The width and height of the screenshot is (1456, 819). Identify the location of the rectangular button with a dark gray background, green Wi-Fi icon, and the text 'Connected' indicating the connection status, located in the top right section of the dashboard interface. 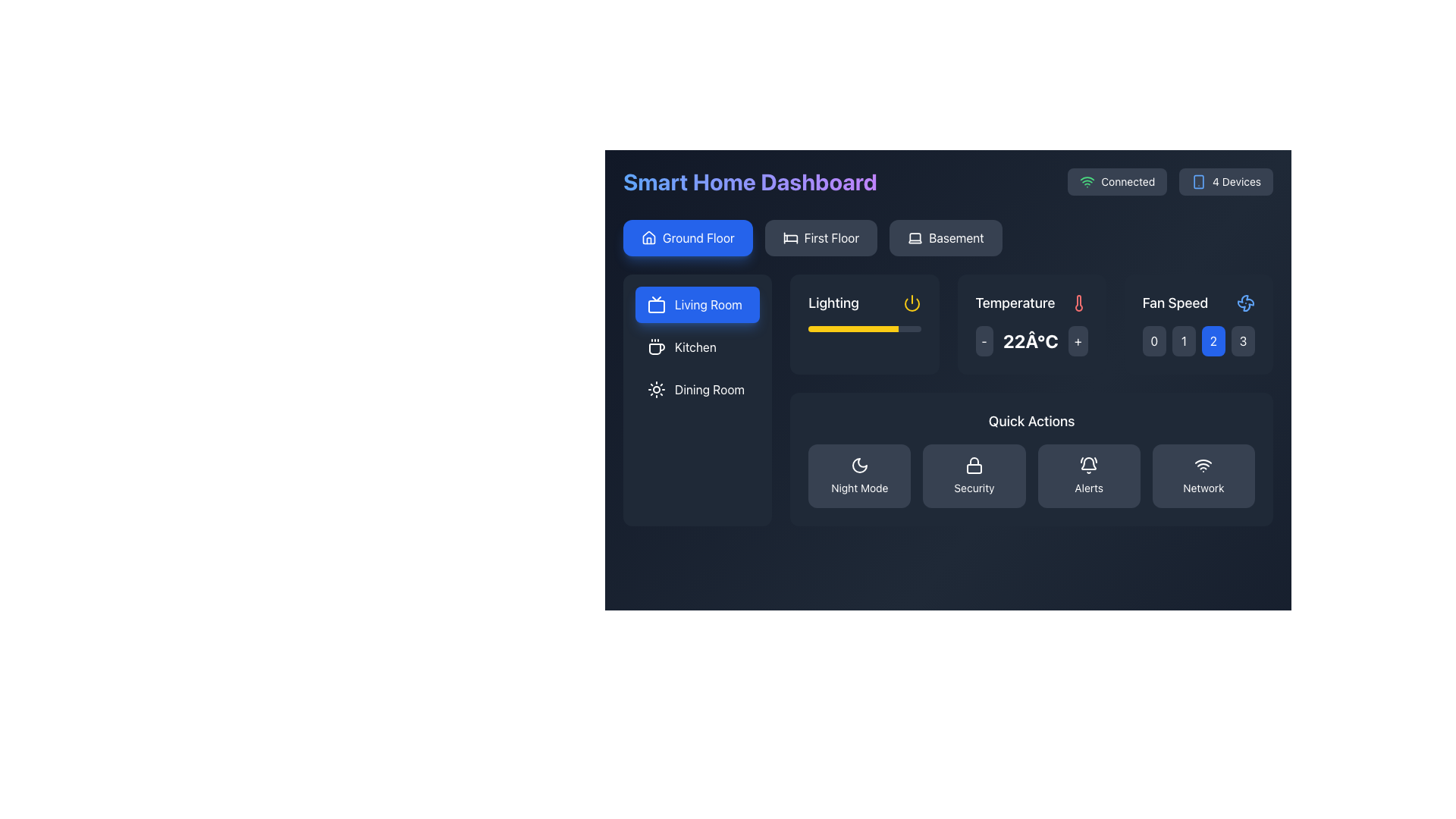
(1117, 180).